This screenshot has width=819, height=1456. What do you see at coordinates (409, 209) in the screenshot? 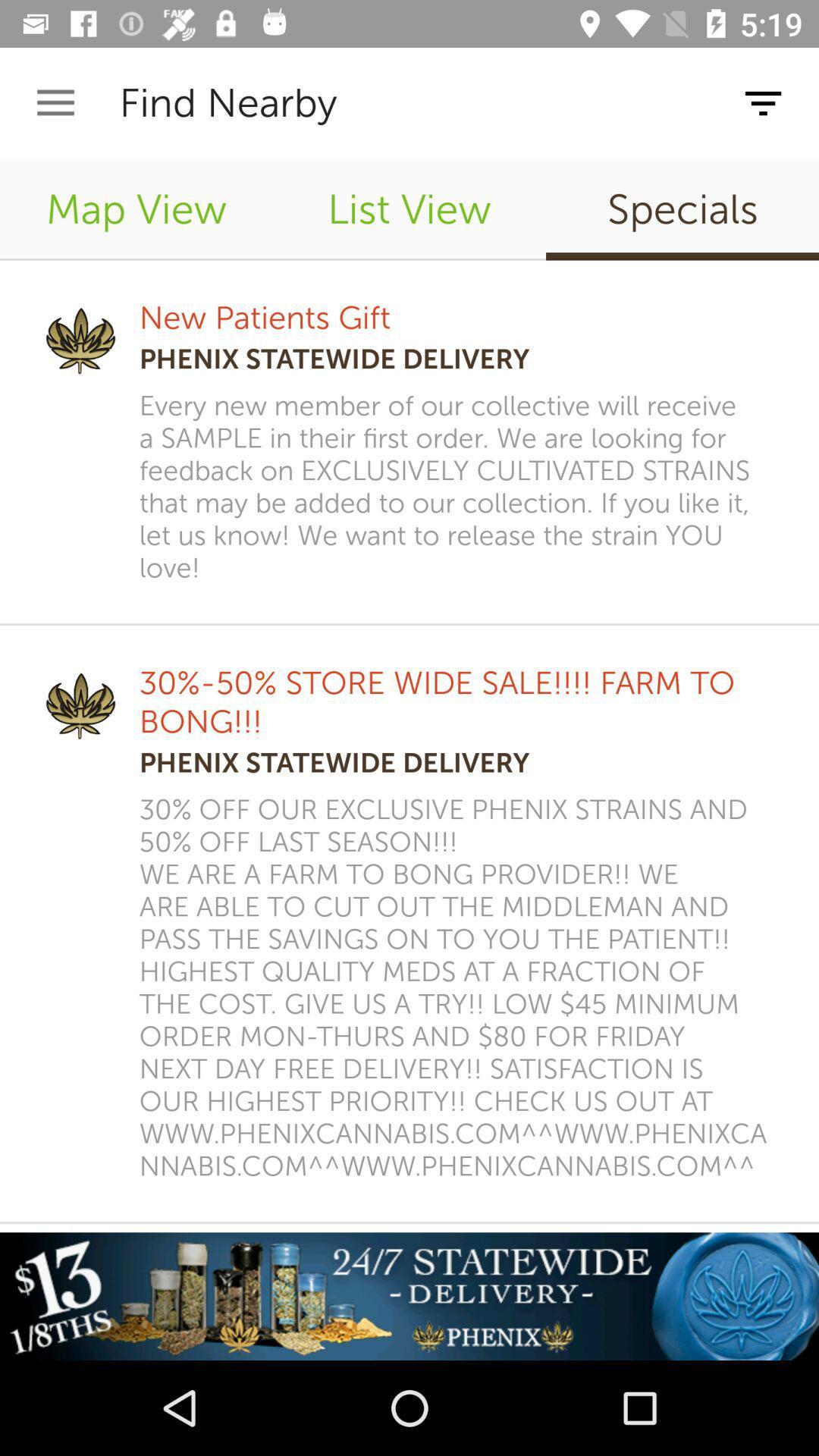
I see `item to the right of map view item` at bounding box center [409, 209].